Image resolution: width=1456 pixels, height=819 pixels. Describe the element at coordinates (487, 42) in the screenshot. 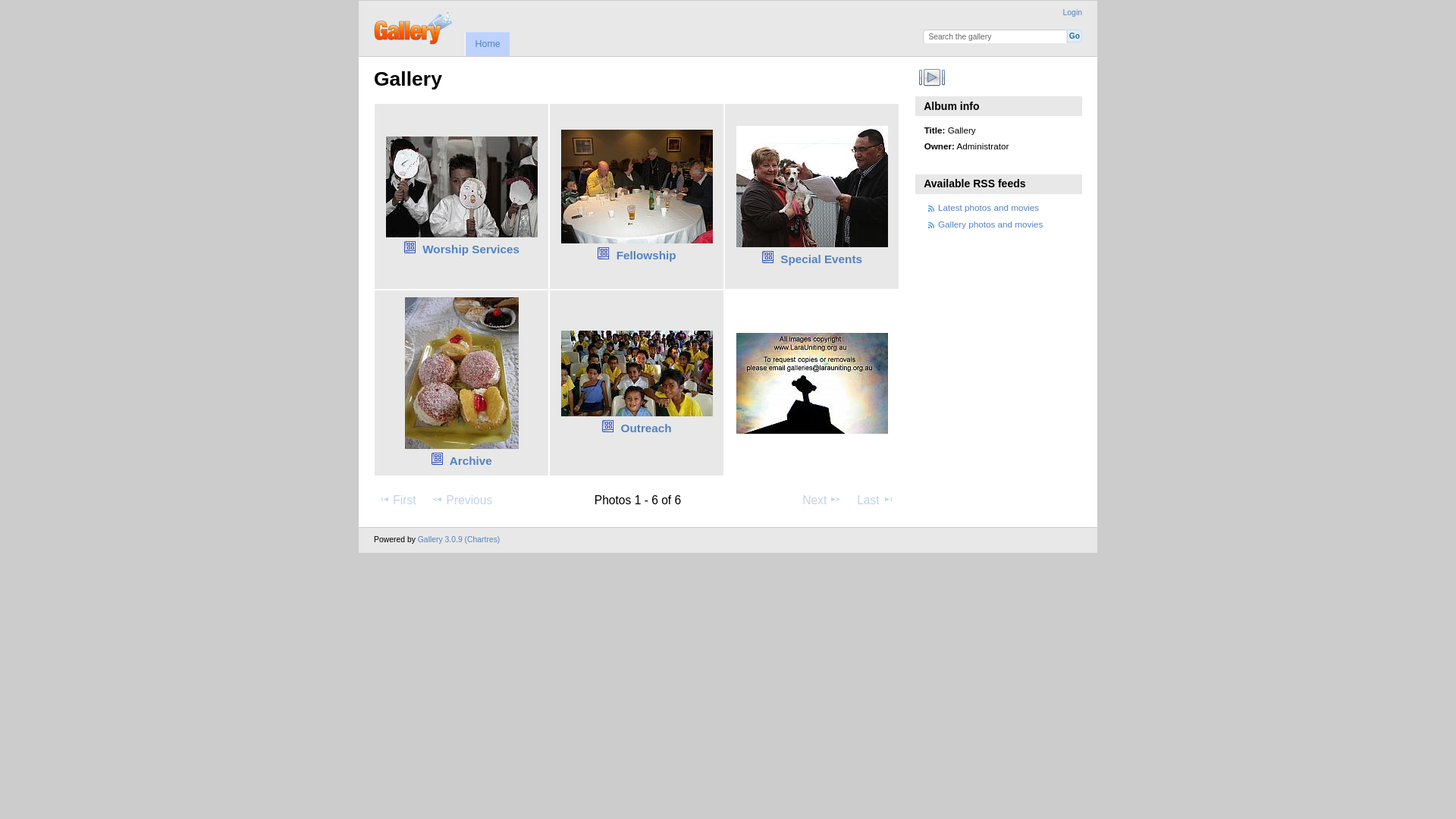

I see `'Home'` at that location.